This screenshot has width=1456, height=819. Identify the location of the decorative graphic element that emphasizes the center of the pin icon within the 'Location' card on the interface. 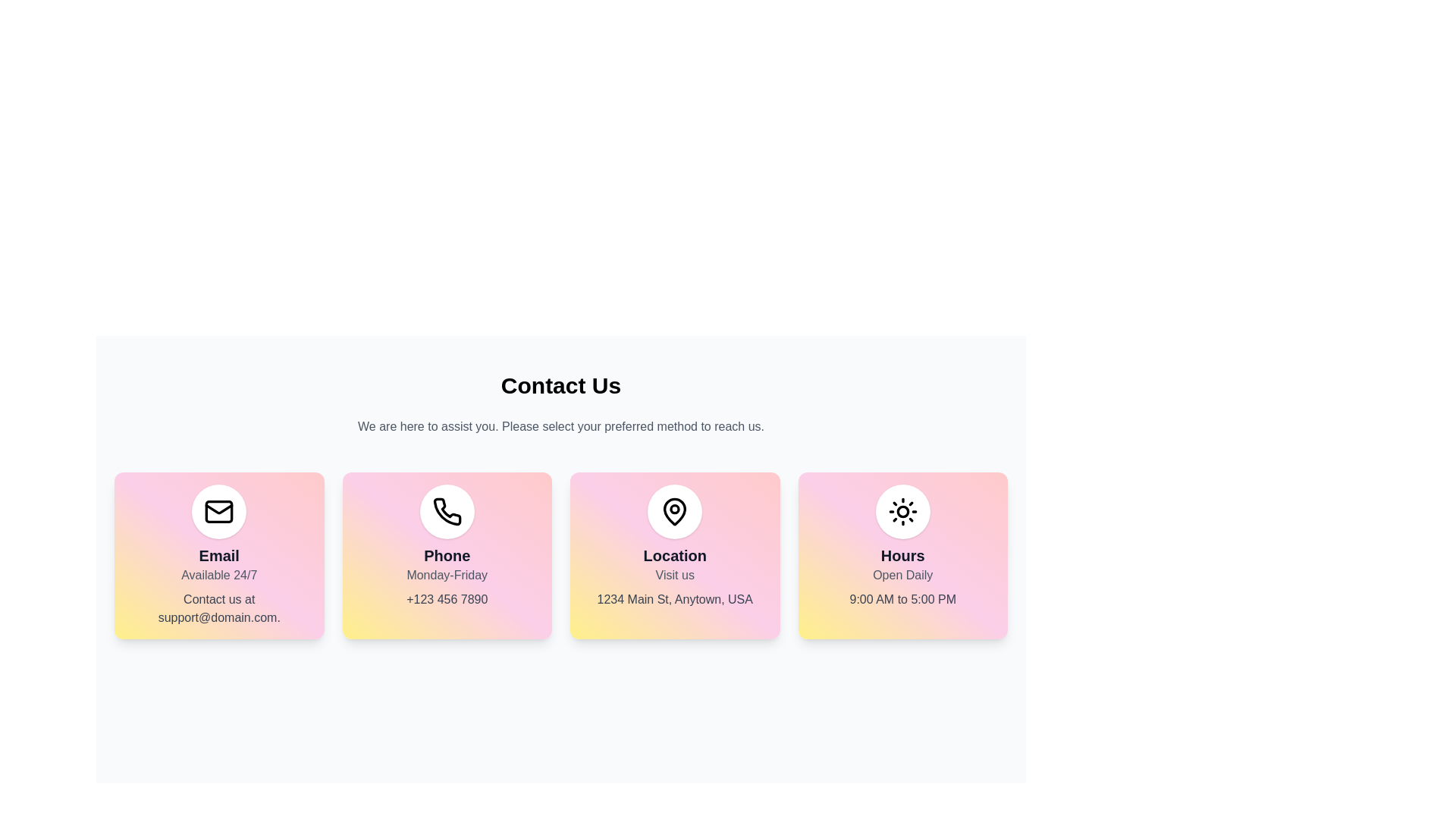
(674, 509).